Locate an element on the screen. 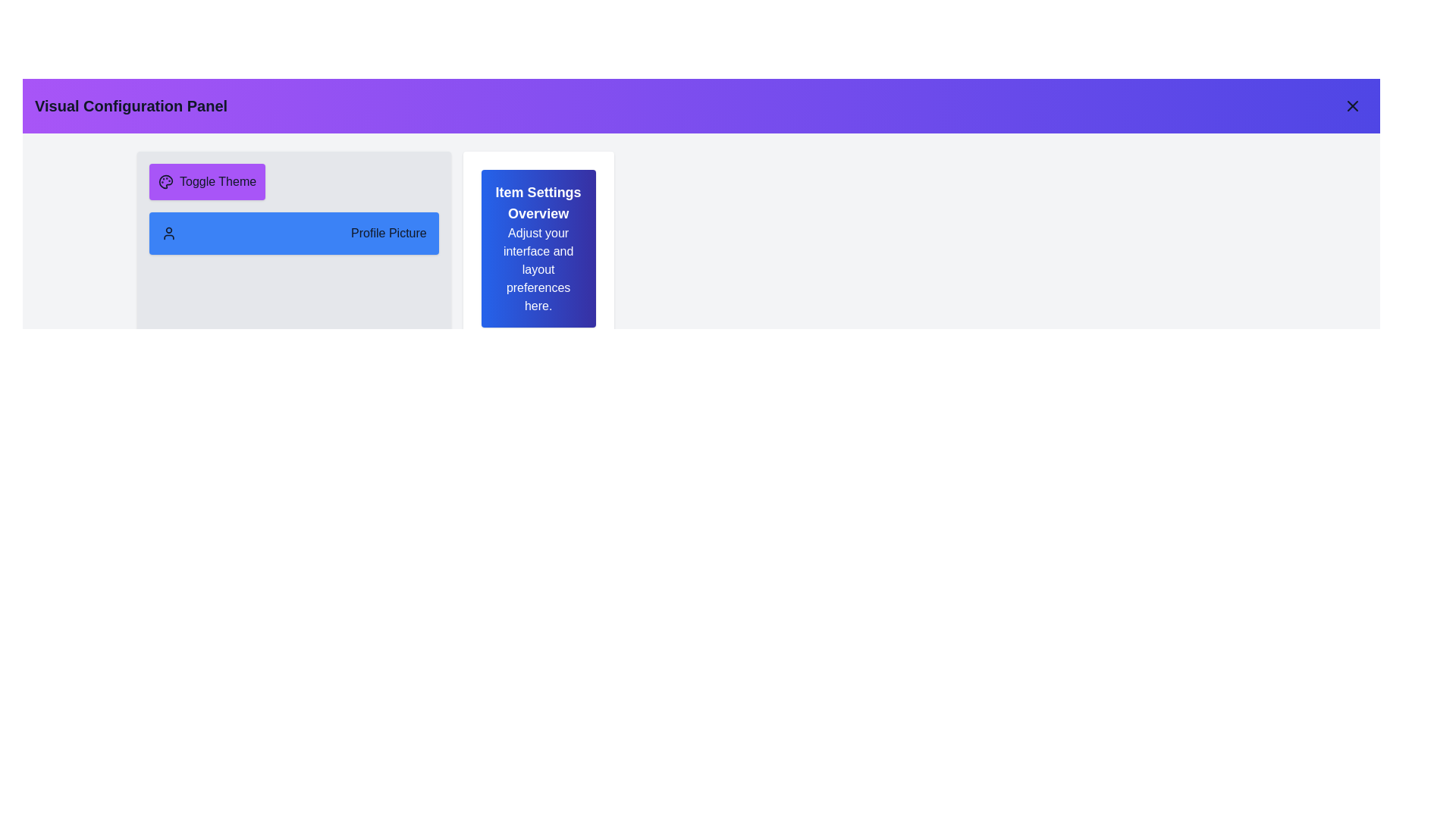 The width and height of the screenshot is (1456, 819). the close button icon represented as an 'X' shape with a purple background located in the top-right corner of the purple header bar is located at coordinates (1353, 105).